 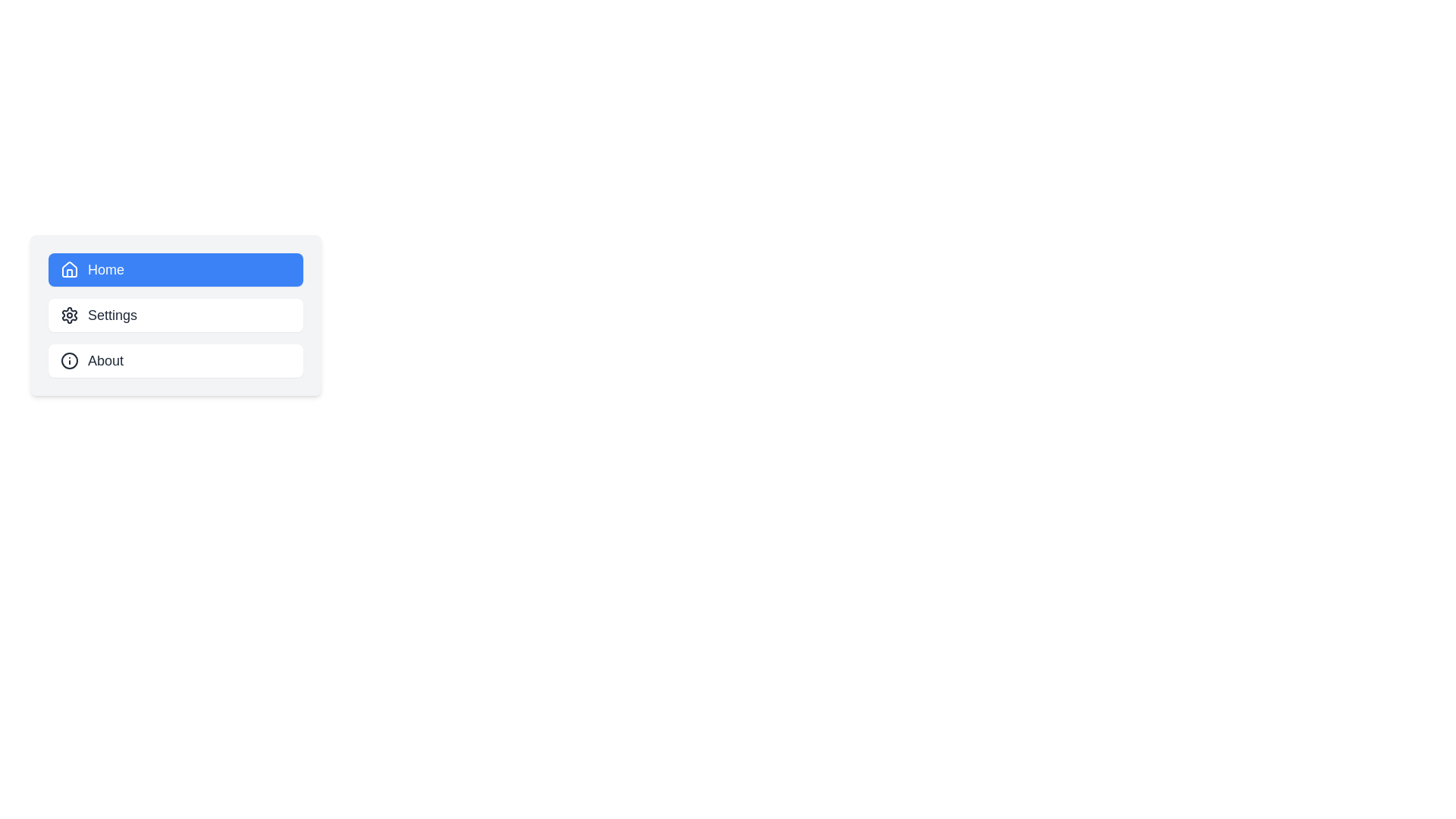 I want to click on the 'About' label text, which is positioned to the right of the information icon within the button below the 'Settings' button, so click(x=105, y=360).